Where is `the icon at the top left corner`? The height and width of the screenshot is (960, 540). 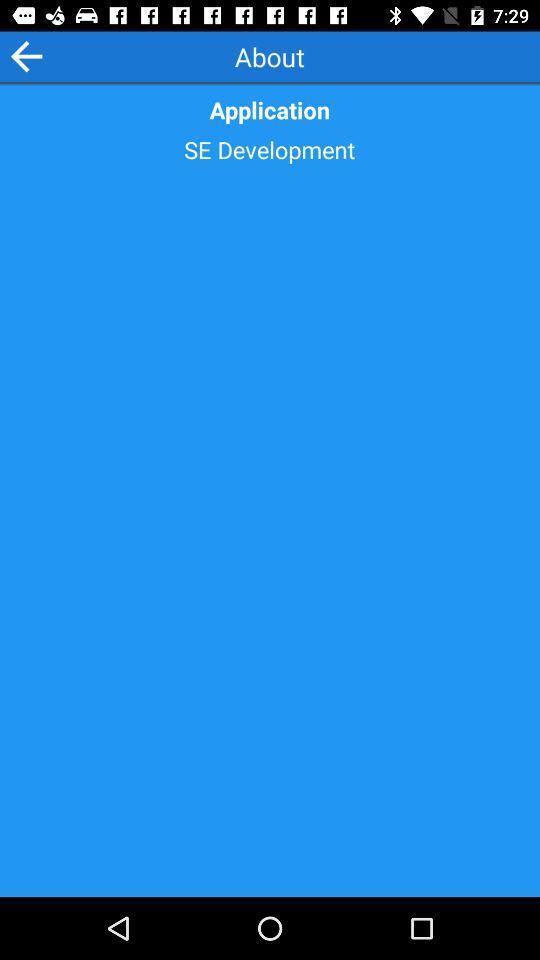
the icon at the top left corner is located at coordinates (25, 55).